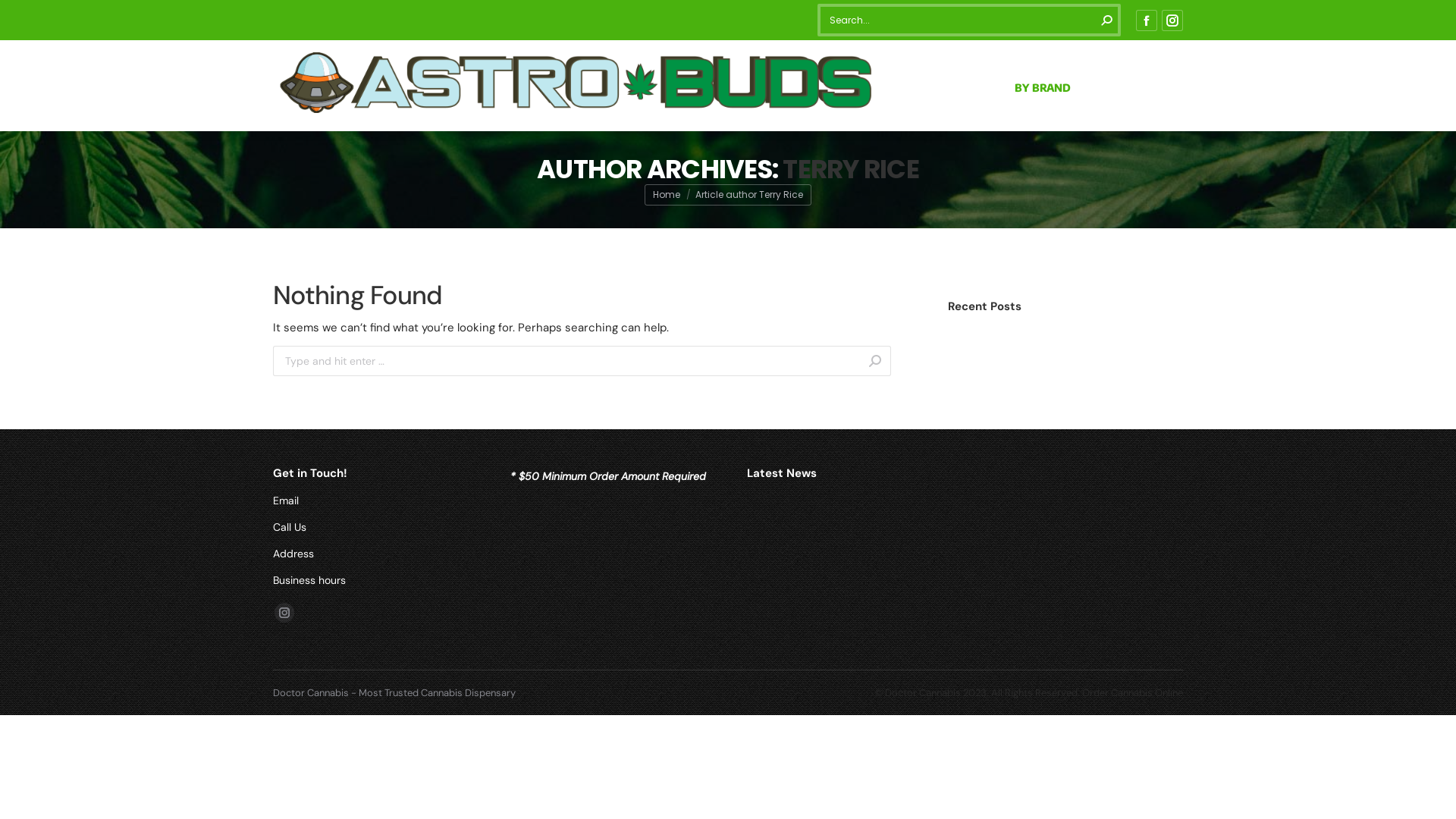  Describe the element at coordinates (284, 611) in the screenshot. I see `'Instagram page opens in new window'` at that location.